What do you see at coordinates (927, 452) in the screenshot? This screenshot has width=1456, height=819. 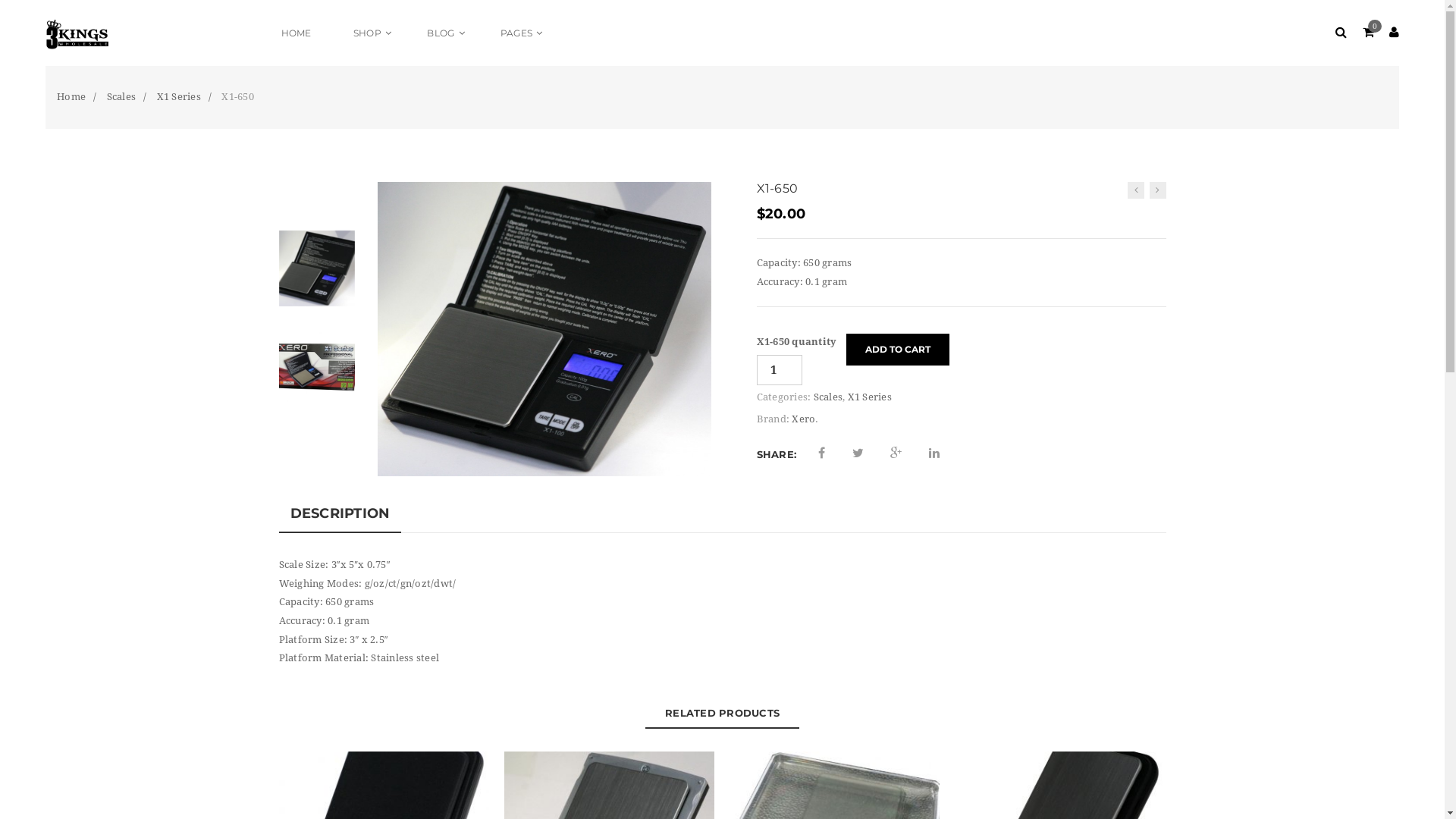 I see `'Share on Linked In'` at bounding box center [927, 452].